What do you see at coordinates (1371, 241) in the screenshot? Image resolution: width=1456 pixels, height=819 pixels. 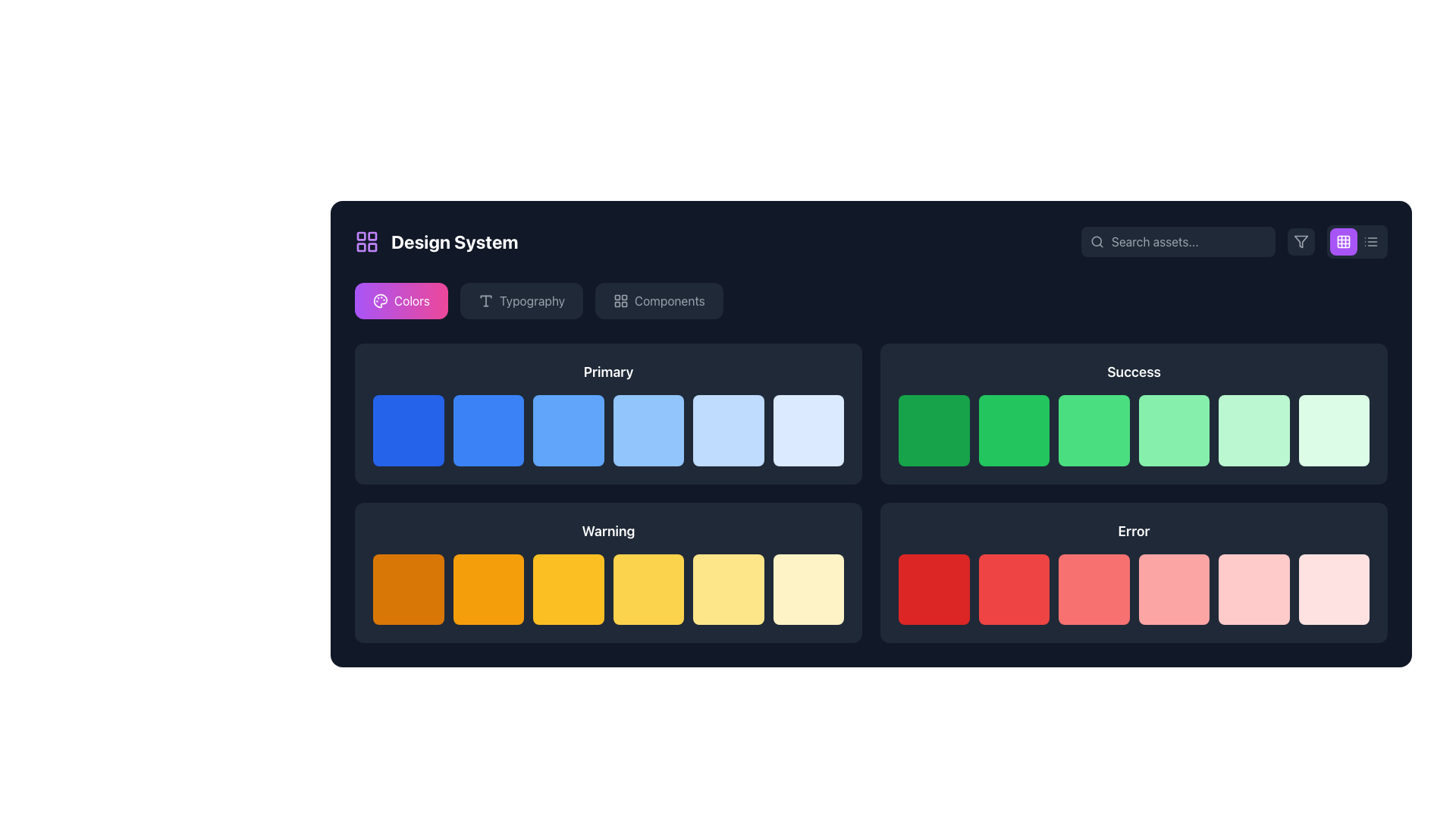 I see `the toggle button for 'list view' located at the top-right corner of the interface` at bounding box center [1371, 241].